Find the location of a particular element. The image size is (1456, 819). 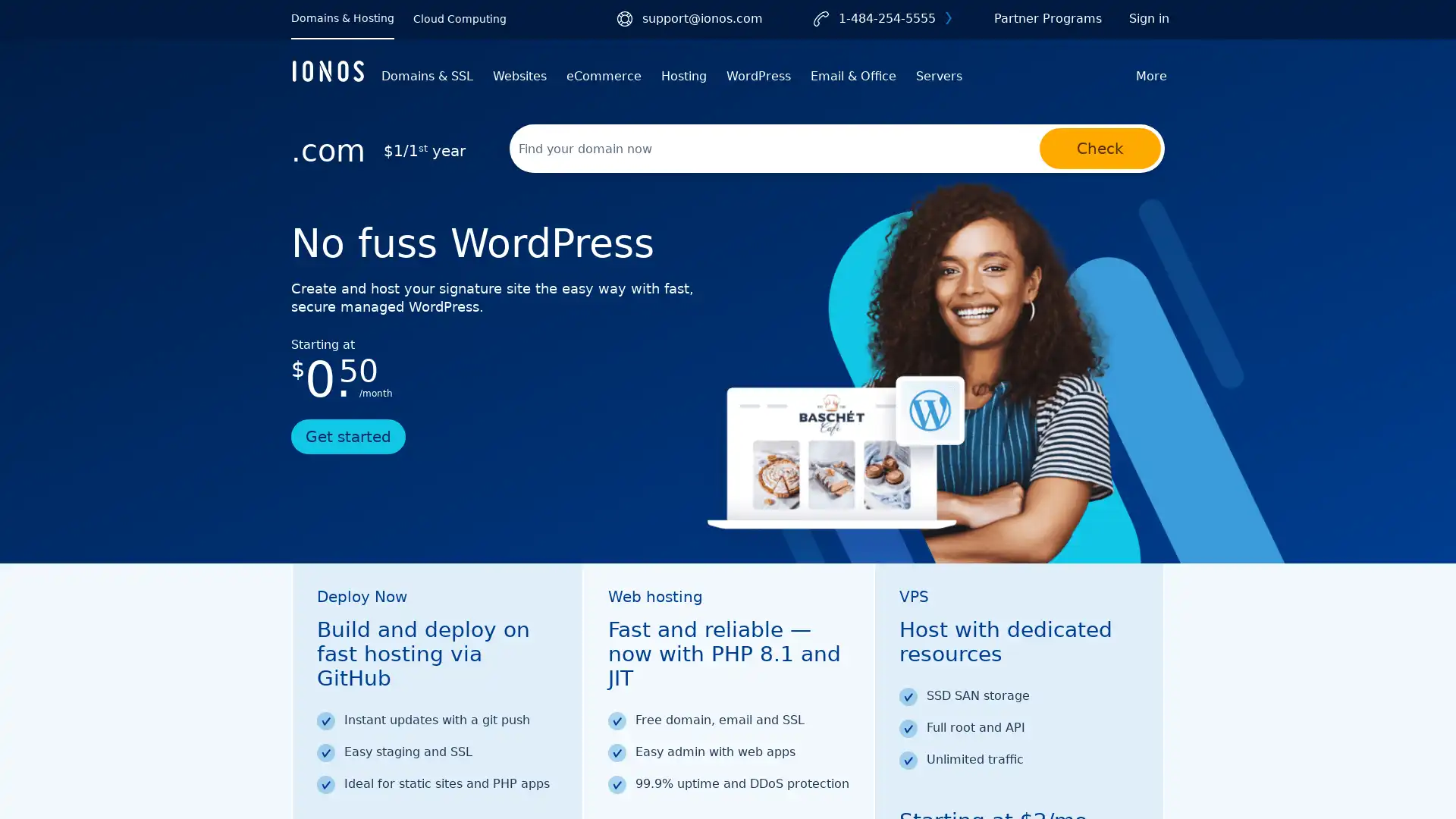

Domains & SSL is located at coordinates (426, 76).